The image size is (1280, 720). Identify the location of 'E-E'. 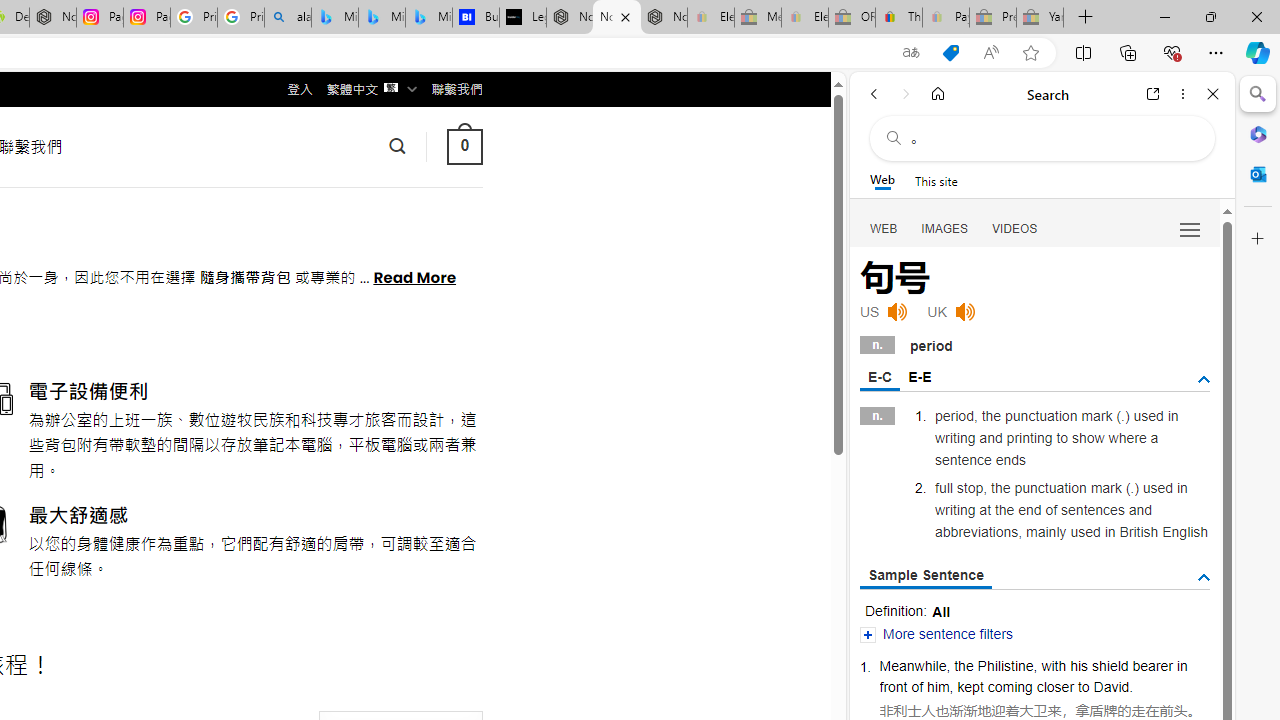
(918, 376).